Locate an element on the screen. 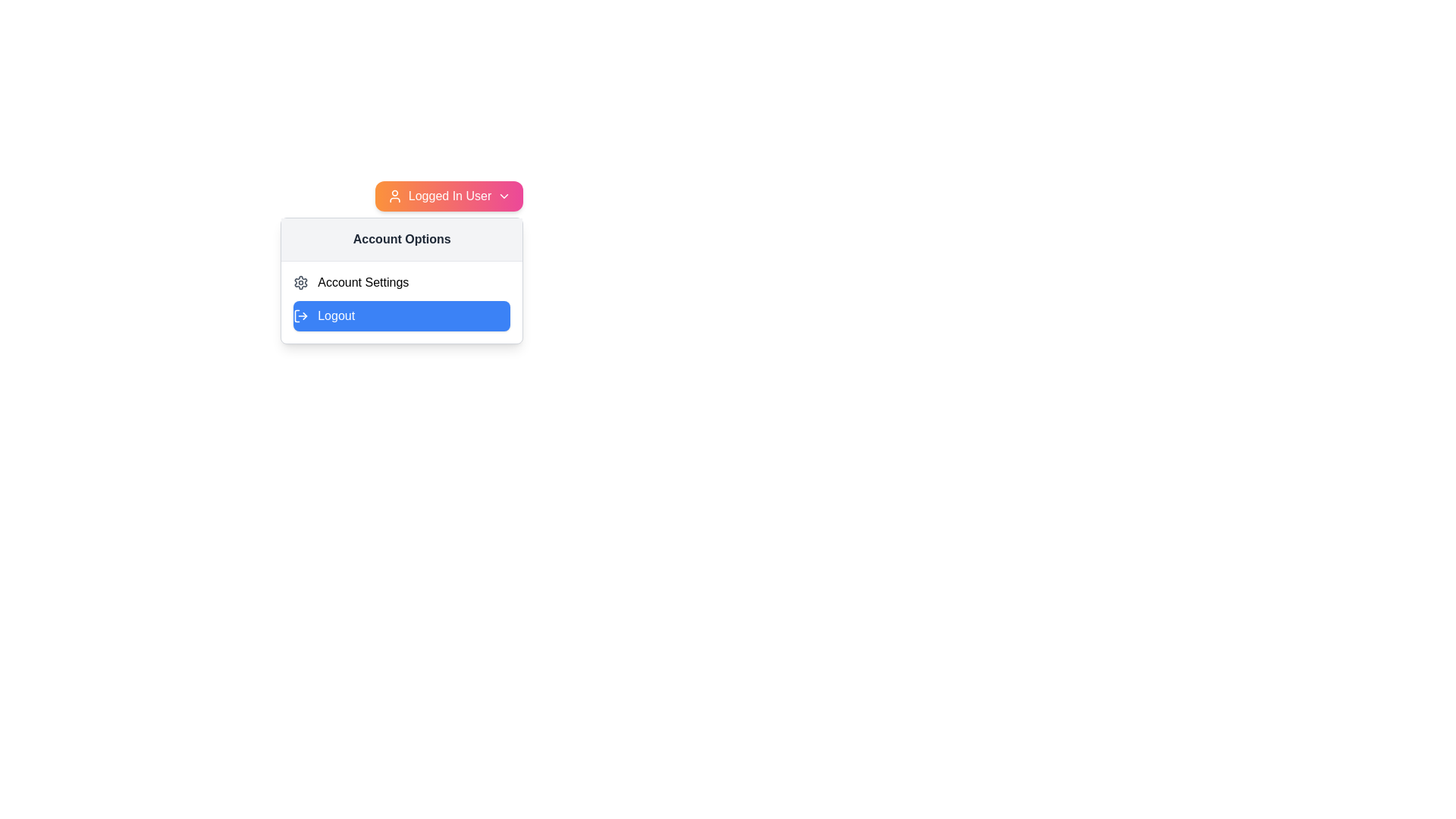 The width and height of the screenshot is (1456, 819). the visual representation of the user icon, which is a minimalistic line art styled icon located to the left of the 'Logged In User' label is located at coordinates (394, 195).